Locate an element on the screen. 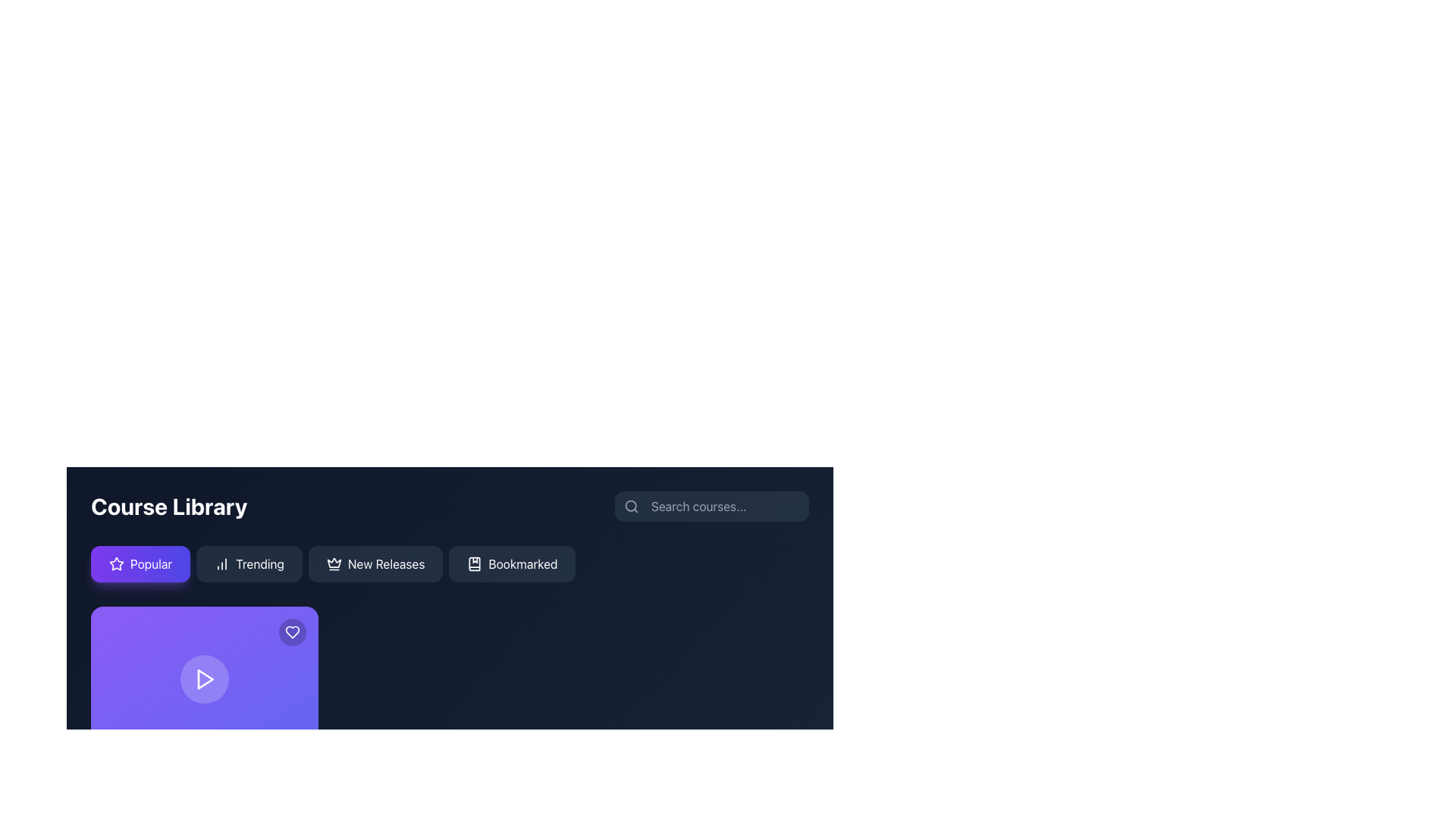  the search icon located at the top-right side of the interface, which visually represents the search capability of the associated input field is located at coordinates (632, 506).